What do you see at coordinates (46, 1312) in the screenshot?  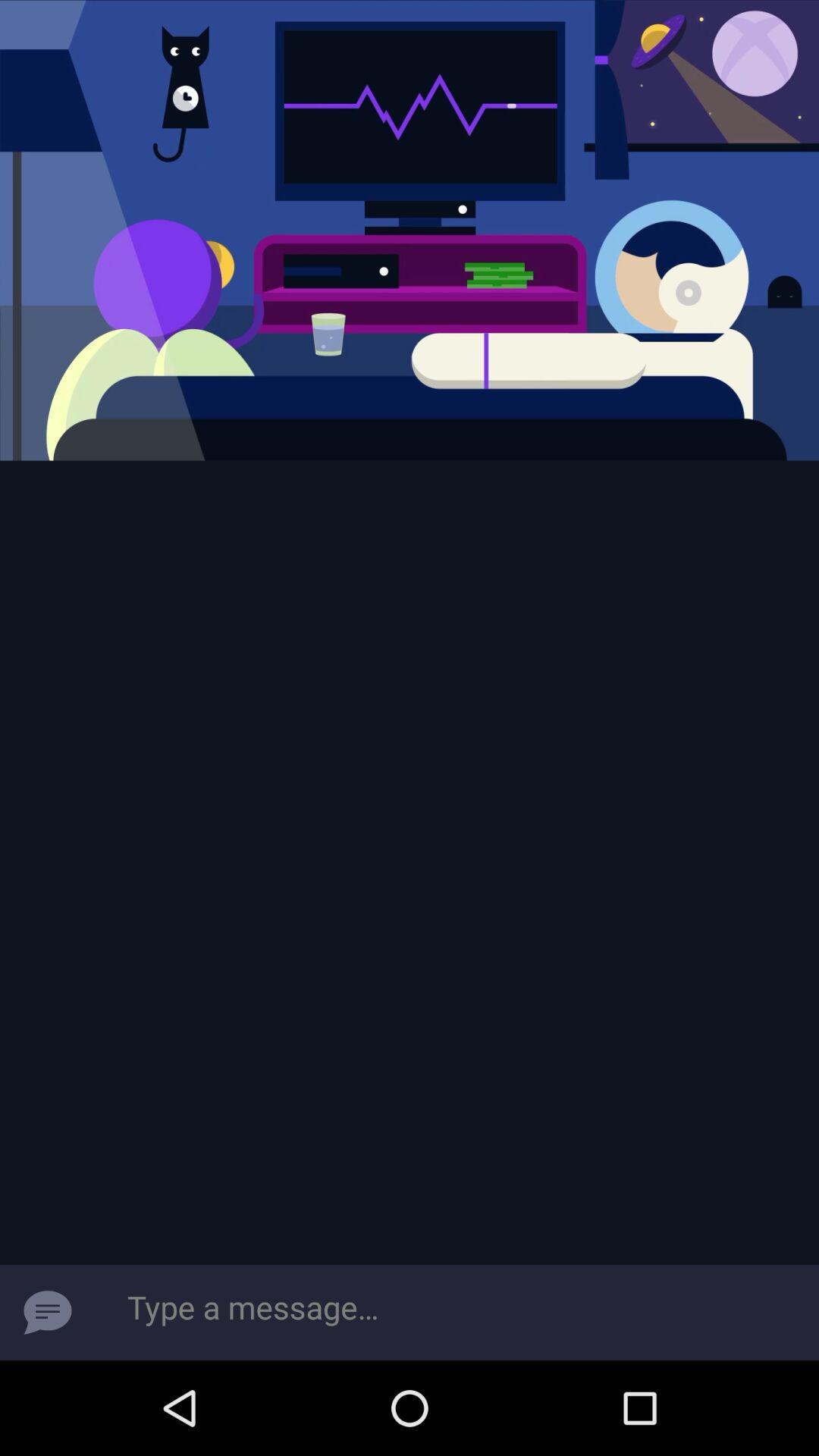 I see `type a message` at bounding box center [46, 1312].